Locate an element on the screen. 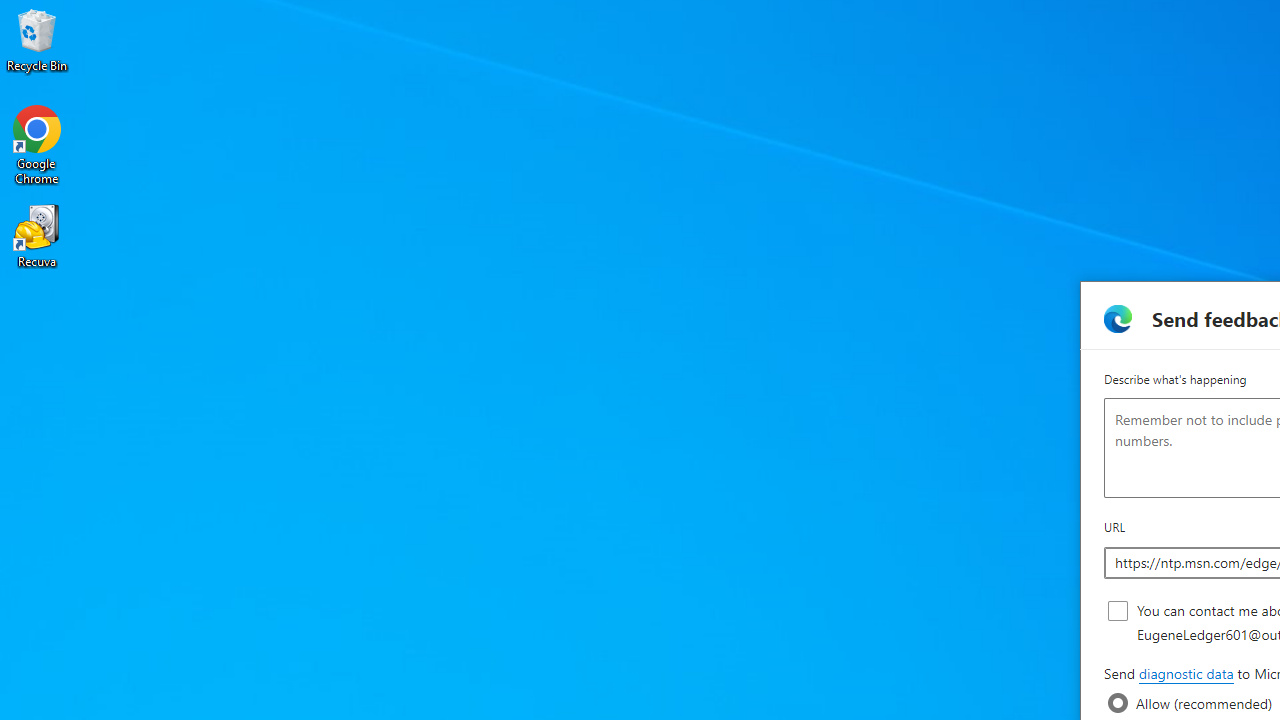 This screenshot has height=720, width=1280. 'Allow (recommended)' is located at coordinates (1117, 702).